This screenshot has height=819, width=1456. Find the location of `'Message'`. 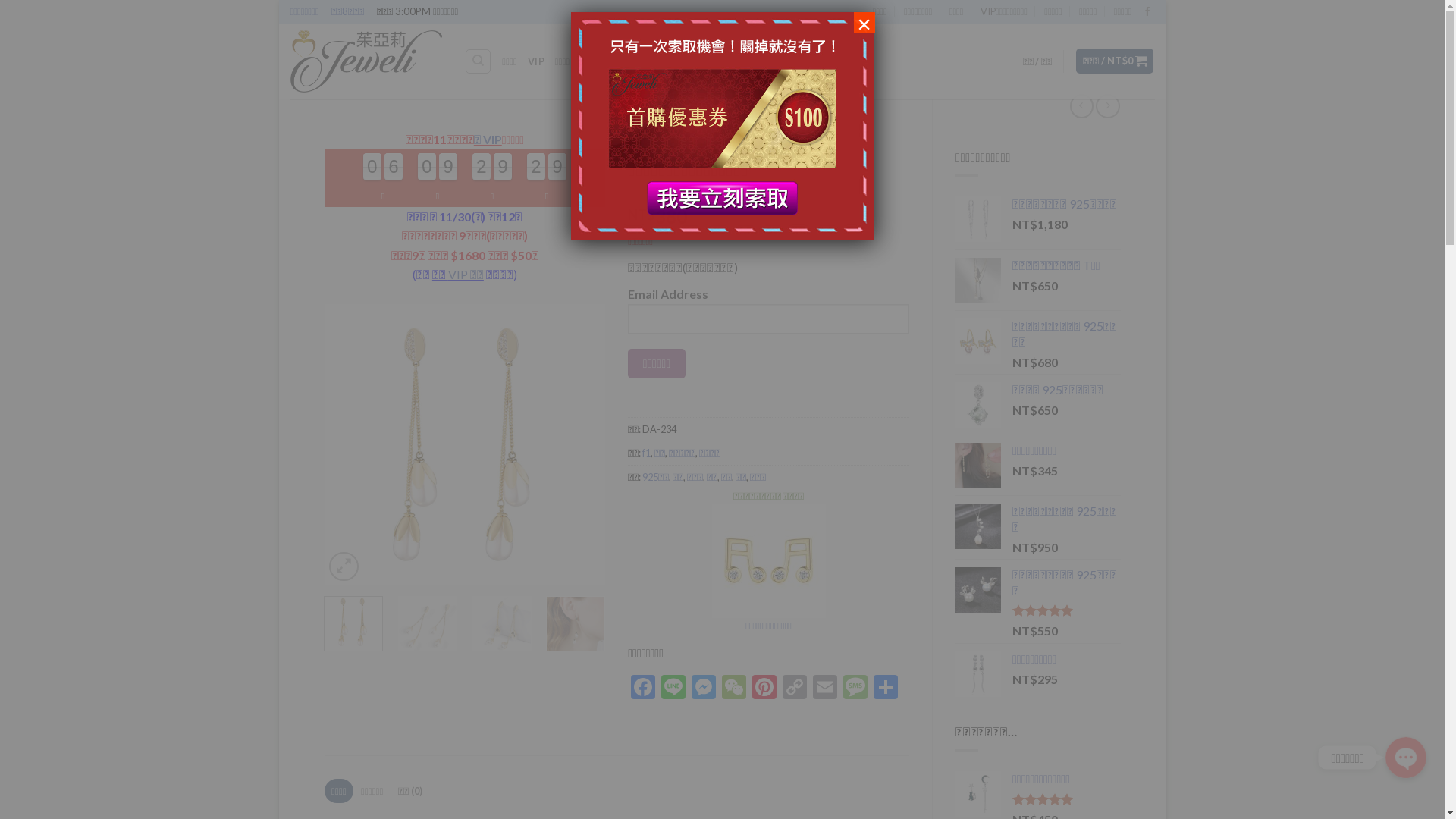

'Message' is located at coordinates (839, 688).